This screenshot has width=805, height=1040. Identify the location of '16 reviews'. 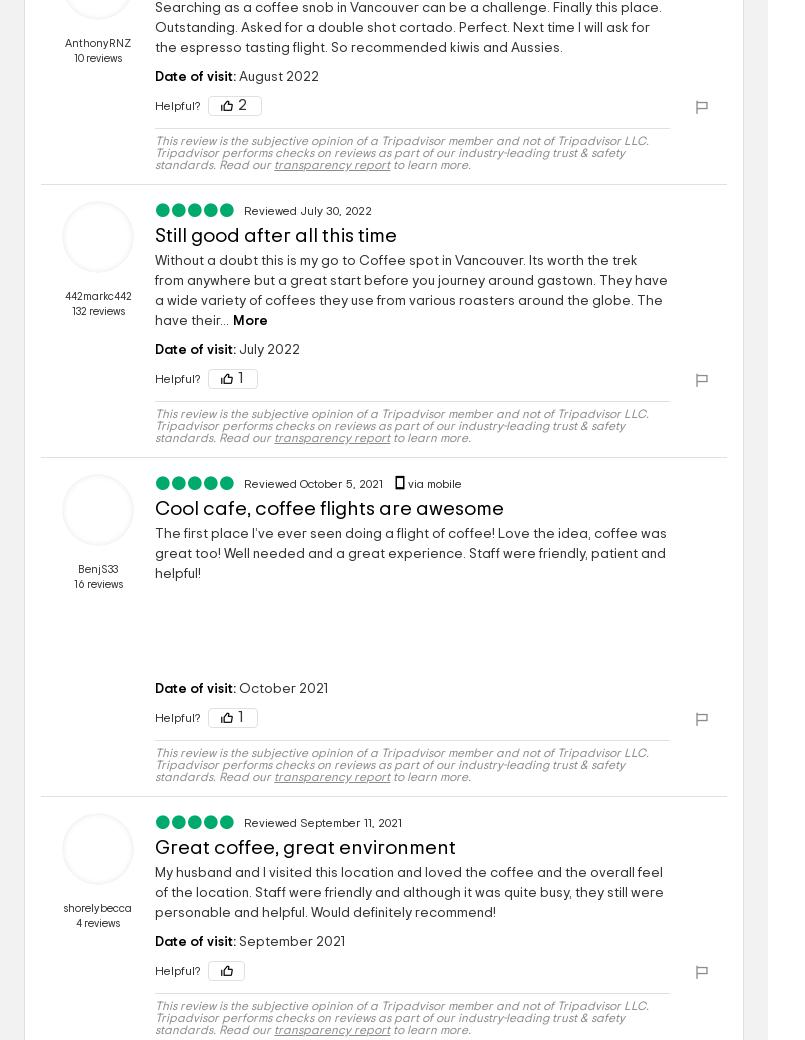
(96, 583).